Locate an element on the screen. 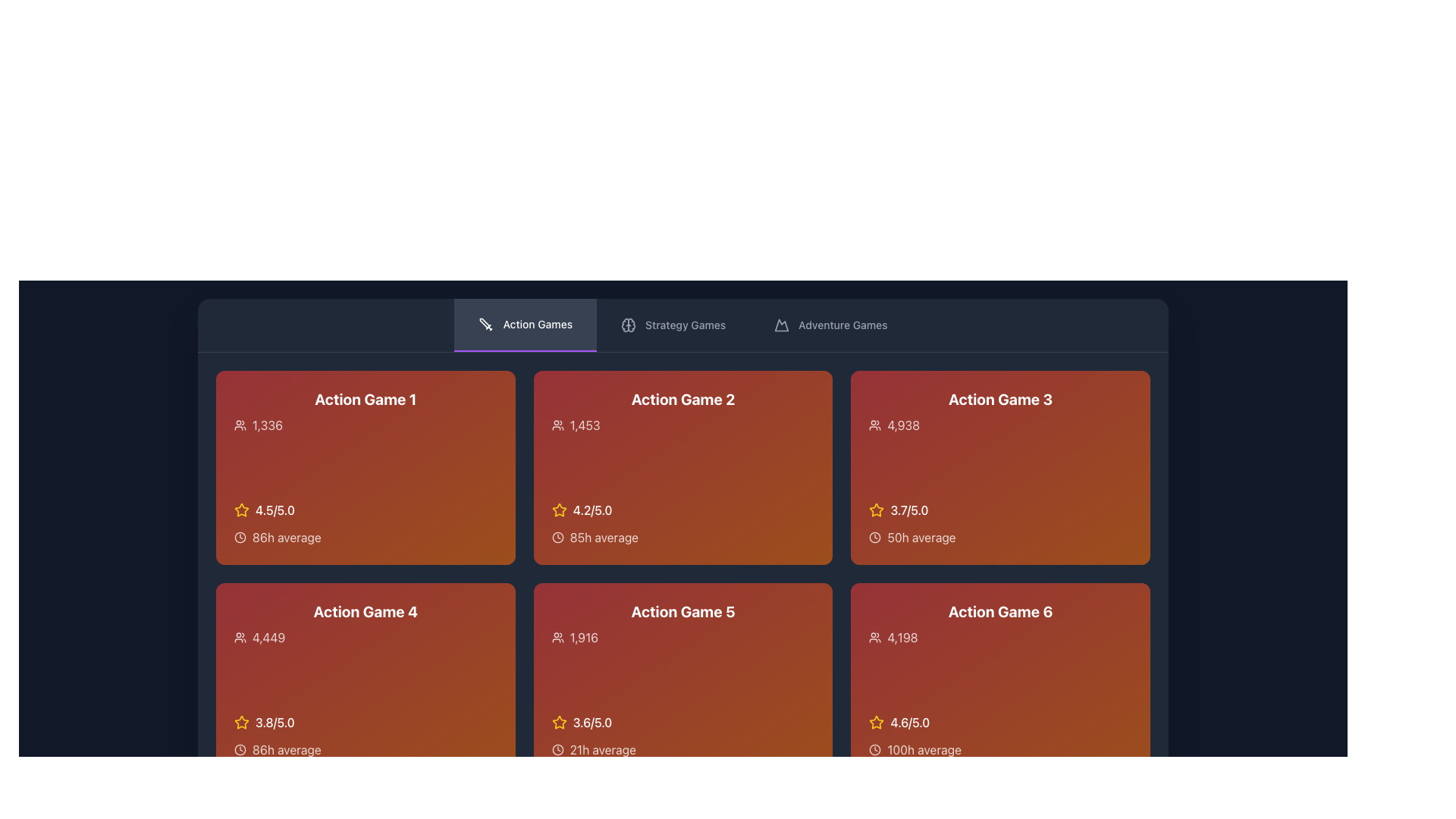 This screenshot has height=819, width=1456. the graphical circle element representing the clock face within the 'Action Game 2' card is located at coordinates (557, 537).